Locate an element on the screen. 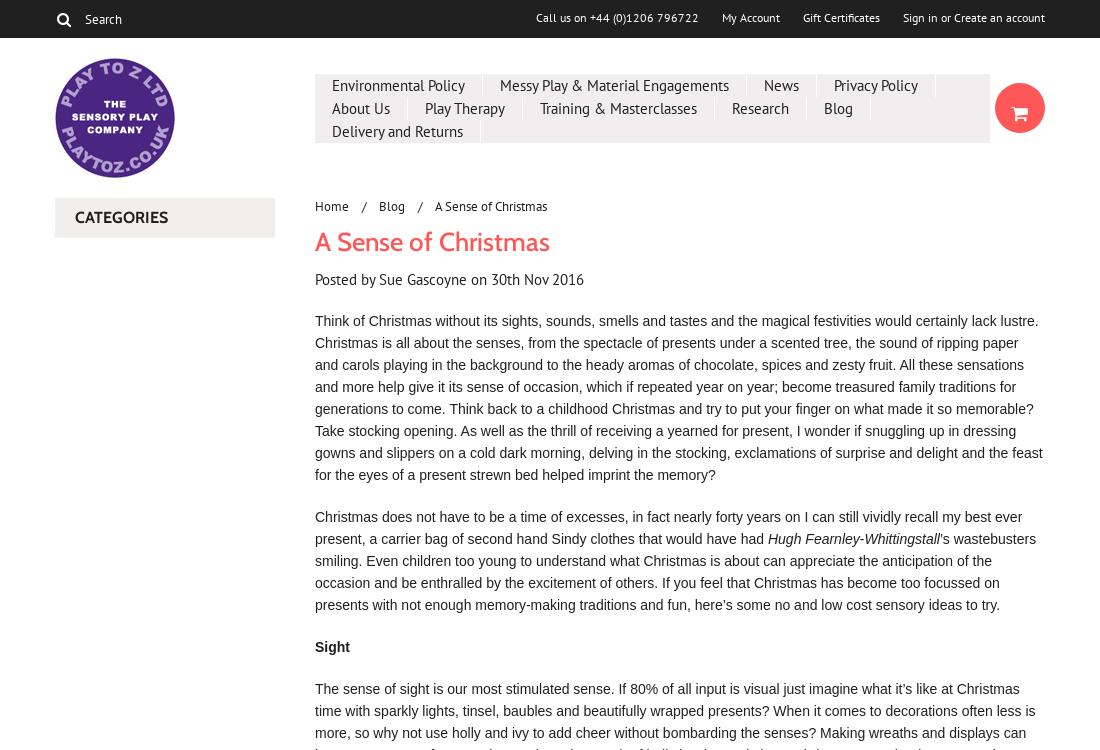 The width and height of the screenshot is (1100, 750). '’s
wastebusters smiling. Even children too young to understand what Christmas is
about can appreciate the anticipation of the occasion and be enthralled by the
excitement of others. If you feel that Christmas has become too focussed on
presents with not enough memory-making traditions and fun, here’s some no and
low cost sensory ideas to try.' is located at coordinates (314, 571).